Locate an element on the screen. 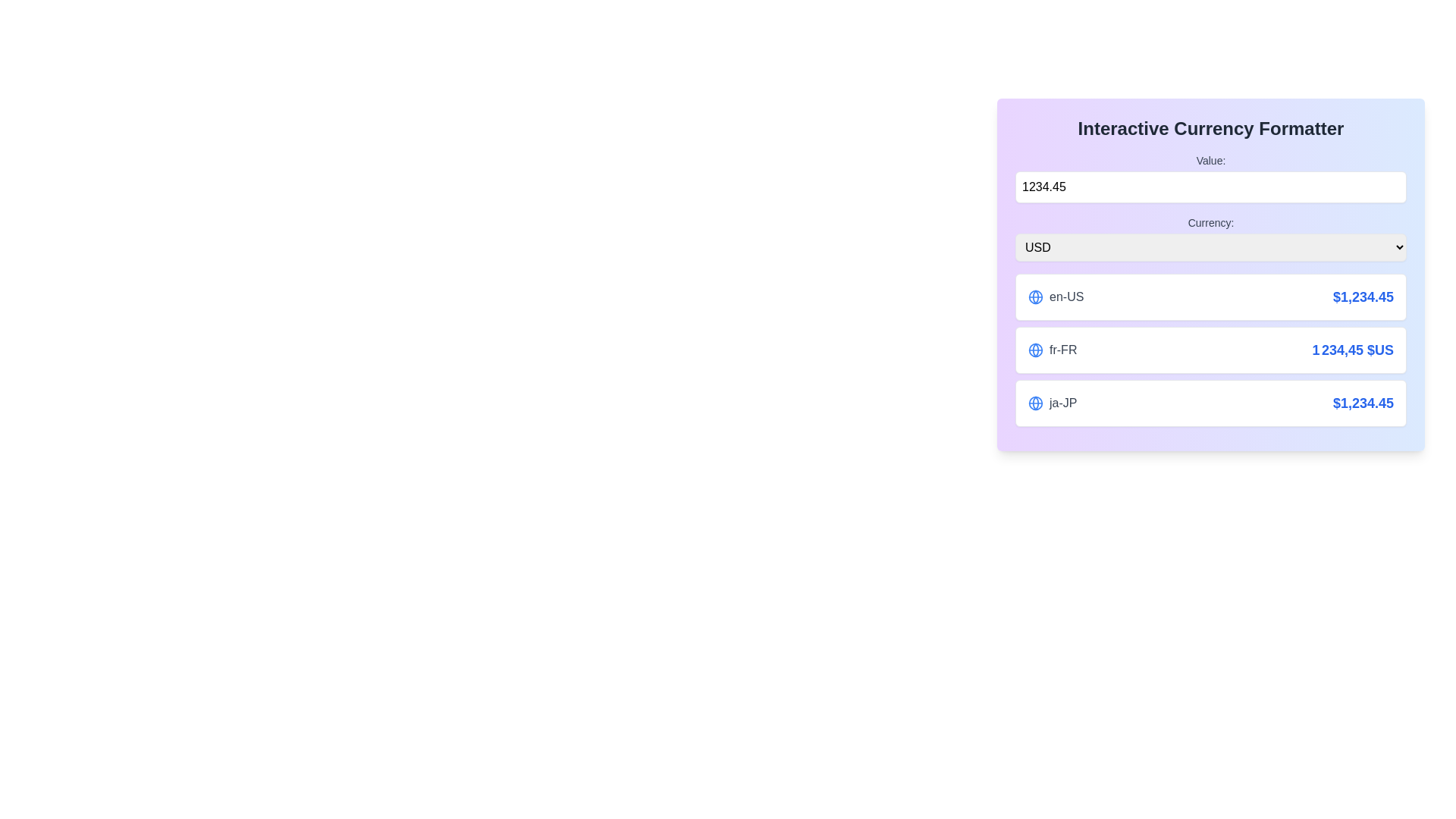 The height and width of the screenshot is (819, 1456). the globe icon representing the English language or US region located to the left of the text label ('en-US') in the 'Interactive Currency Formatter' panel is located at coordinates (1035, 297).